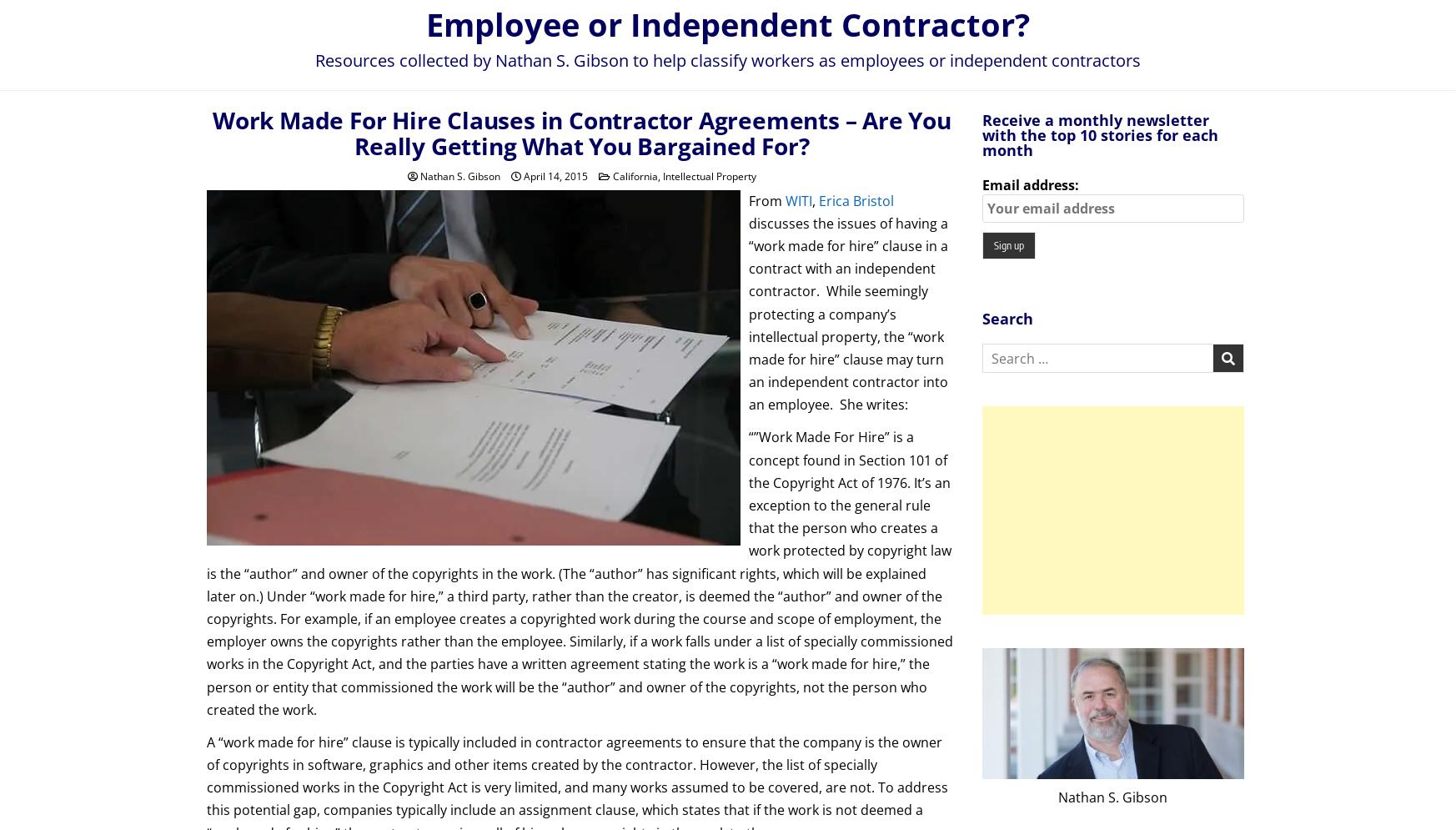  What do you see at coordinates (728, 59) in the screenshot?
I see `'Resources collected by Nathan S. Gibson to help classify workers as employees or independent contractors'` at bounding box center [728, 59].